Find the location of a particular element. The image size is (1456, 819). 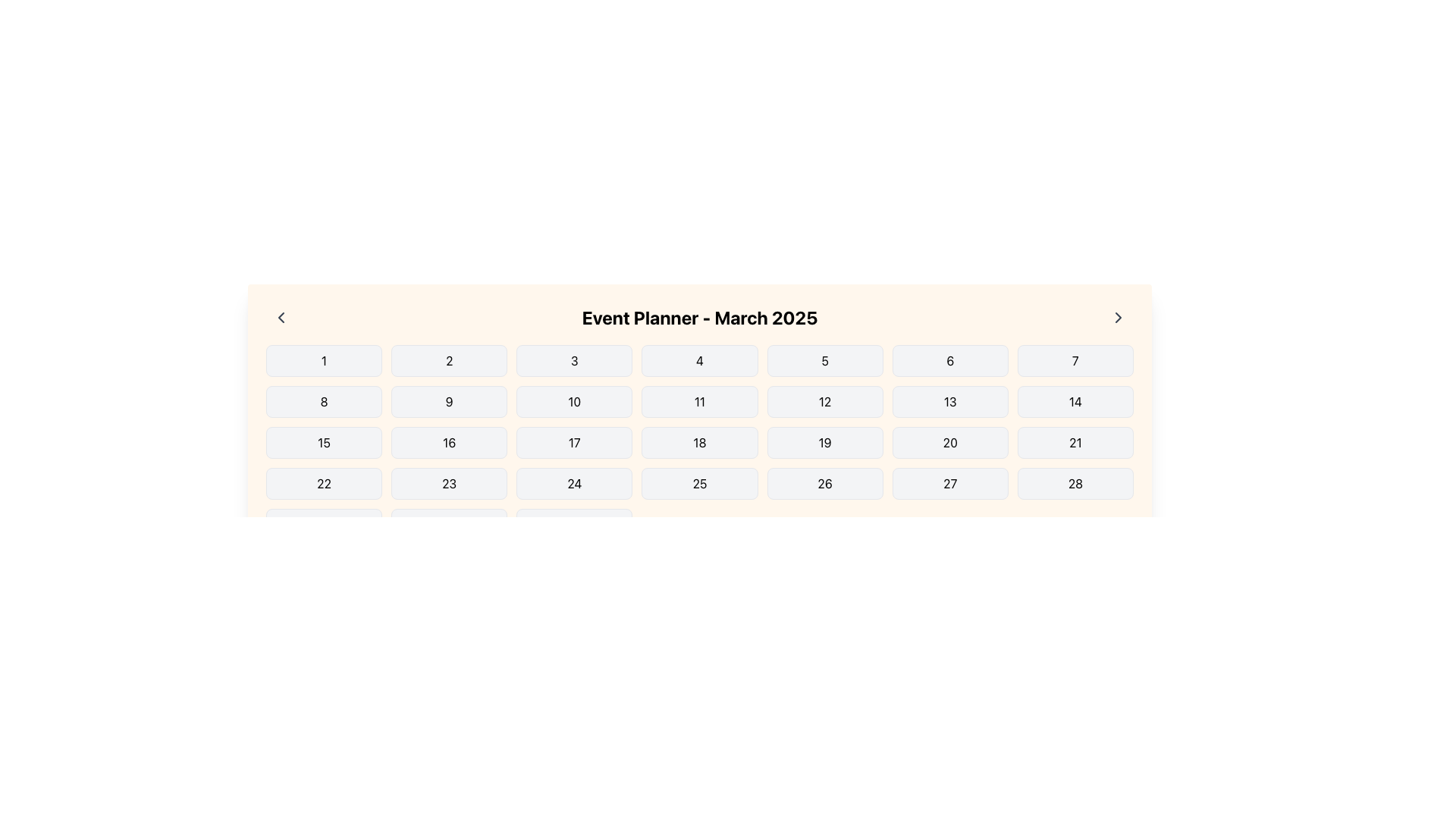

the rectangular button with a grayish-white background and the black number '26' centered within it is located at coordinates (824, 483).